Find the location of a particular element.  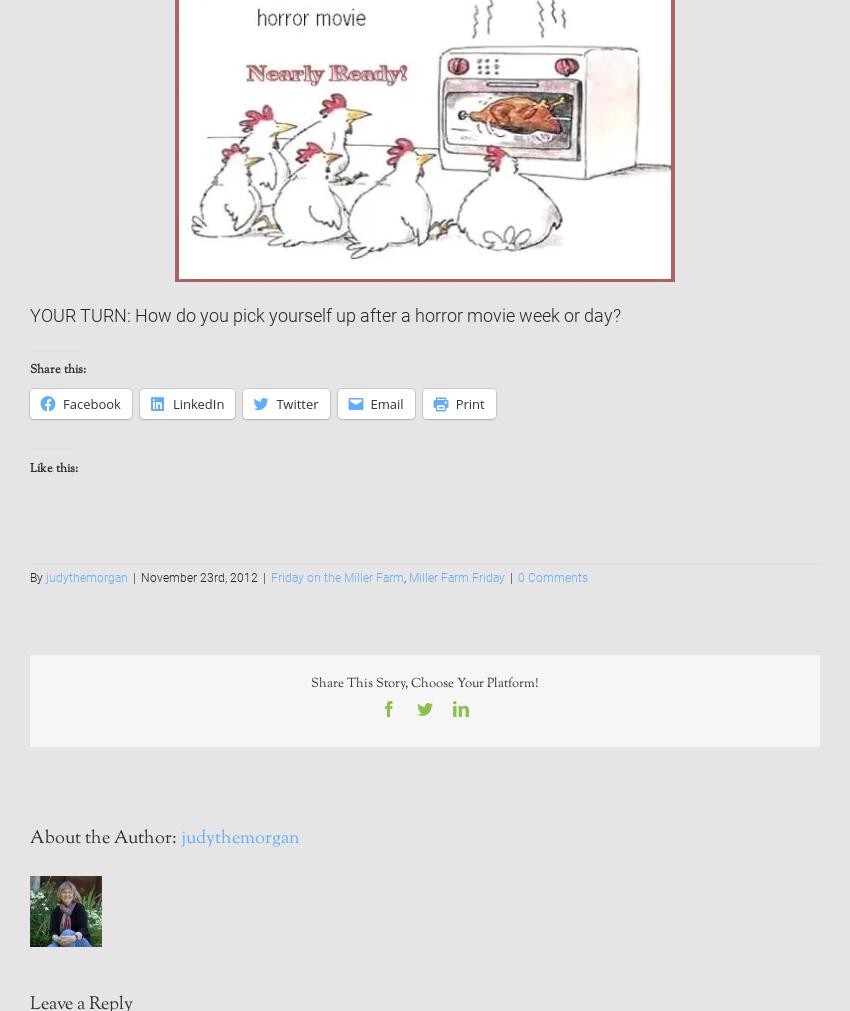

'Twitter' is located at coordinates (295, 402).